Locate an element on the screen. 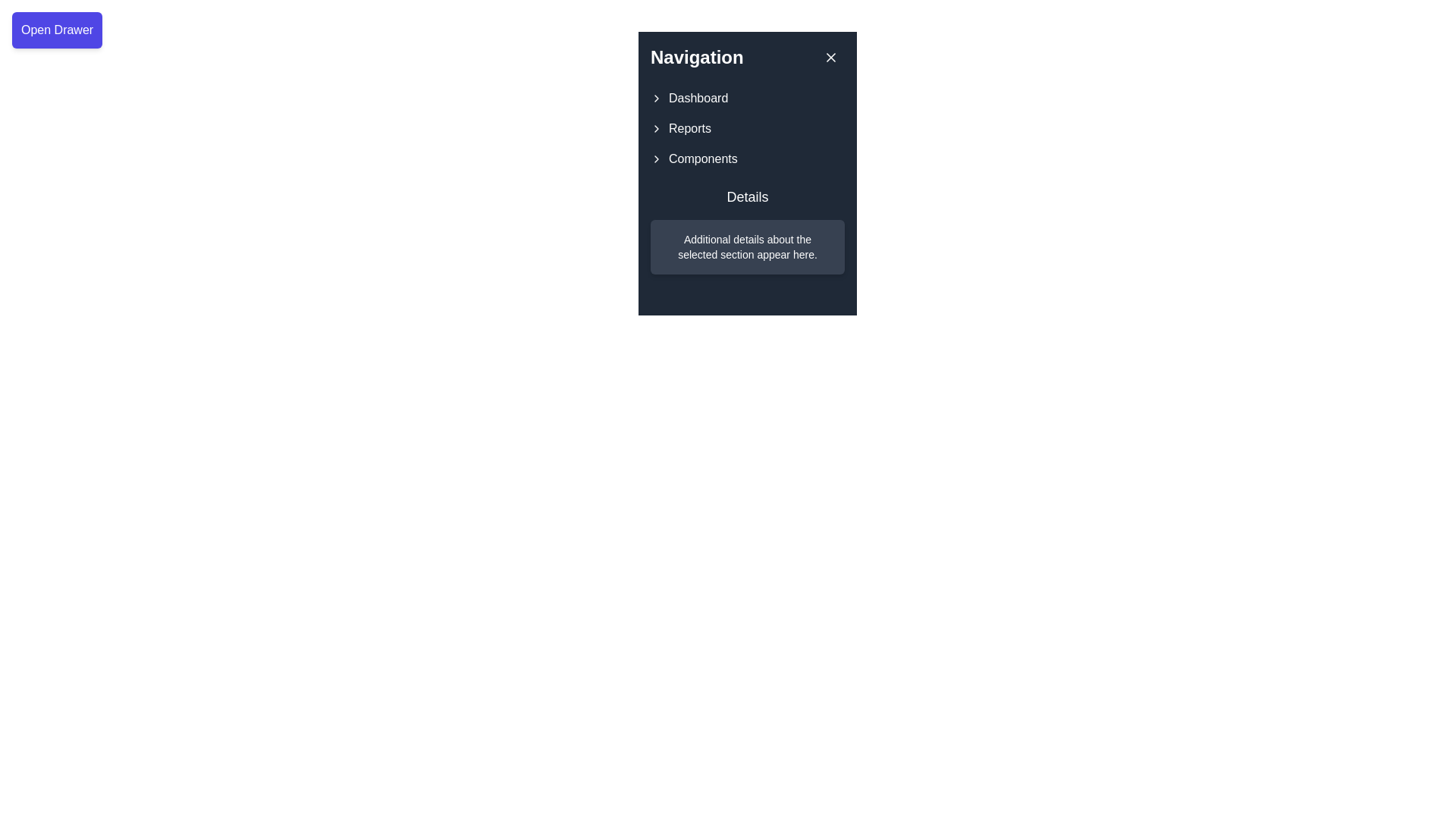  the Chevron icon located in the 'Components' entry of the navigation menu is located at coordinates (656, 158).